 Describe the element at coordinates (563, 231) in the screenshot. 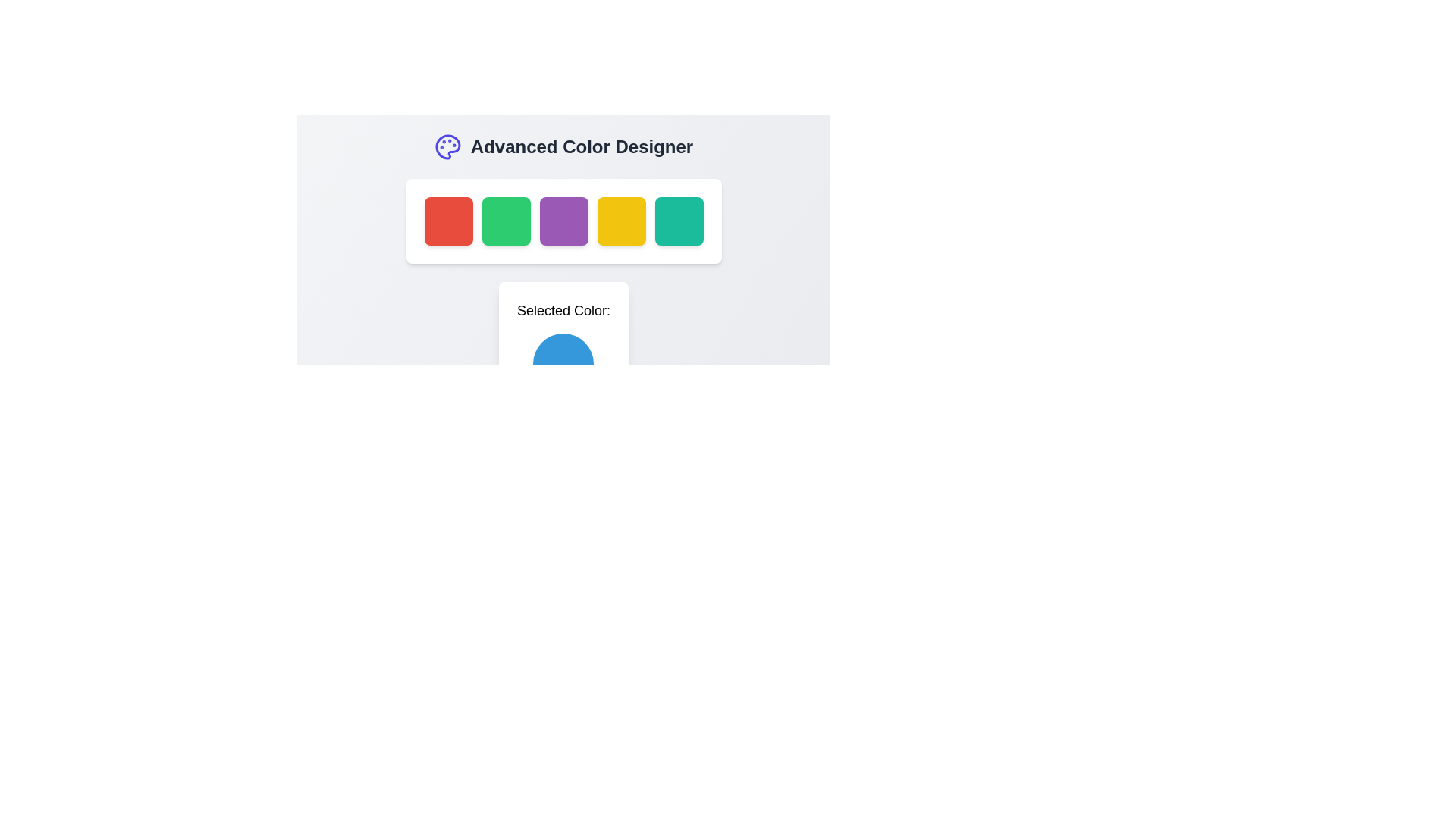

I see `the distinctively highlighted purple tile in the color palette selector` at that location.